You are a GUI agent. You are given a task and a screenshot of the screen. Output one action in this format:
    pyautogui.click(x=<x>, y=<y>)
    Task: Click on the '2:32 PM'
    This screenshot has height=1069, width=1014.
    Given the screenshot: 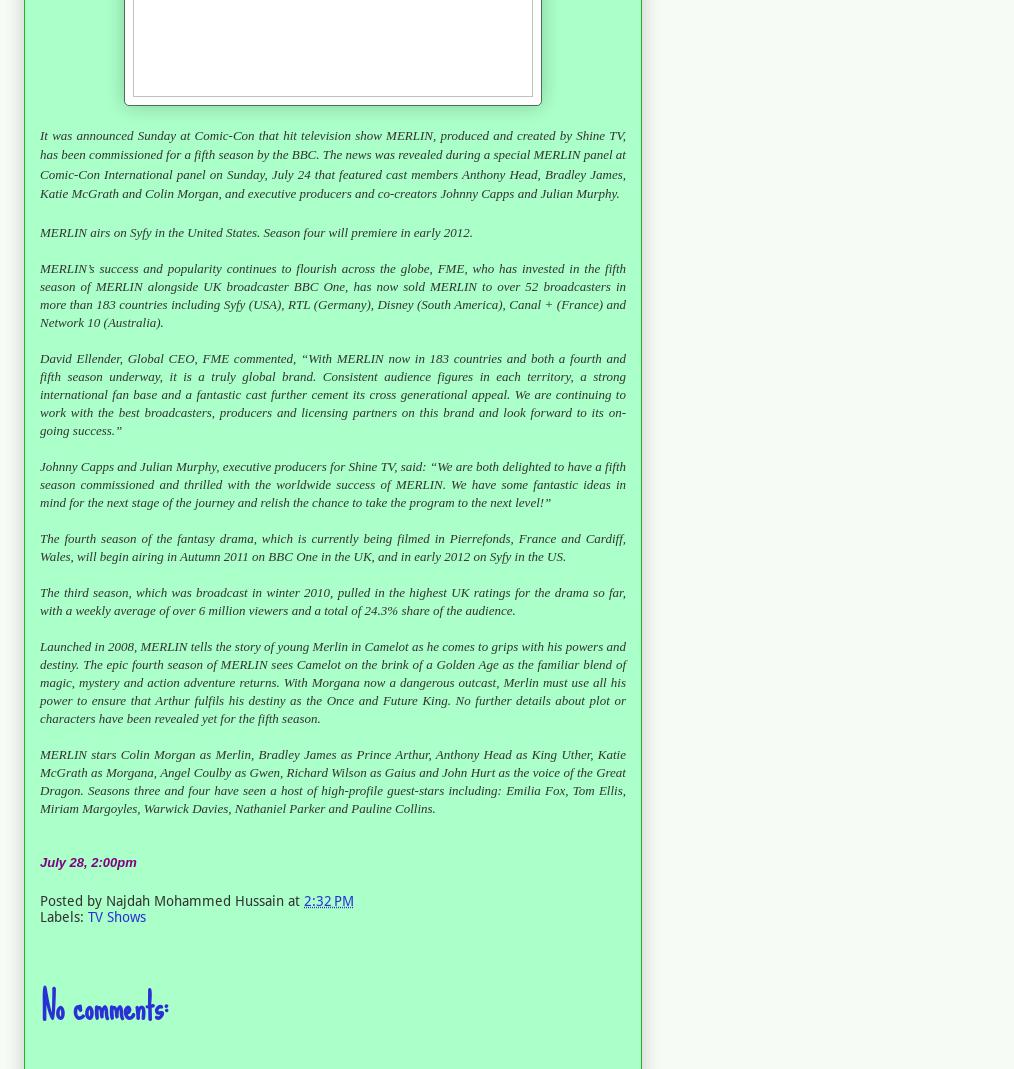 What is the action you would take?
    pyautogui.click(x=329, y=898)
    